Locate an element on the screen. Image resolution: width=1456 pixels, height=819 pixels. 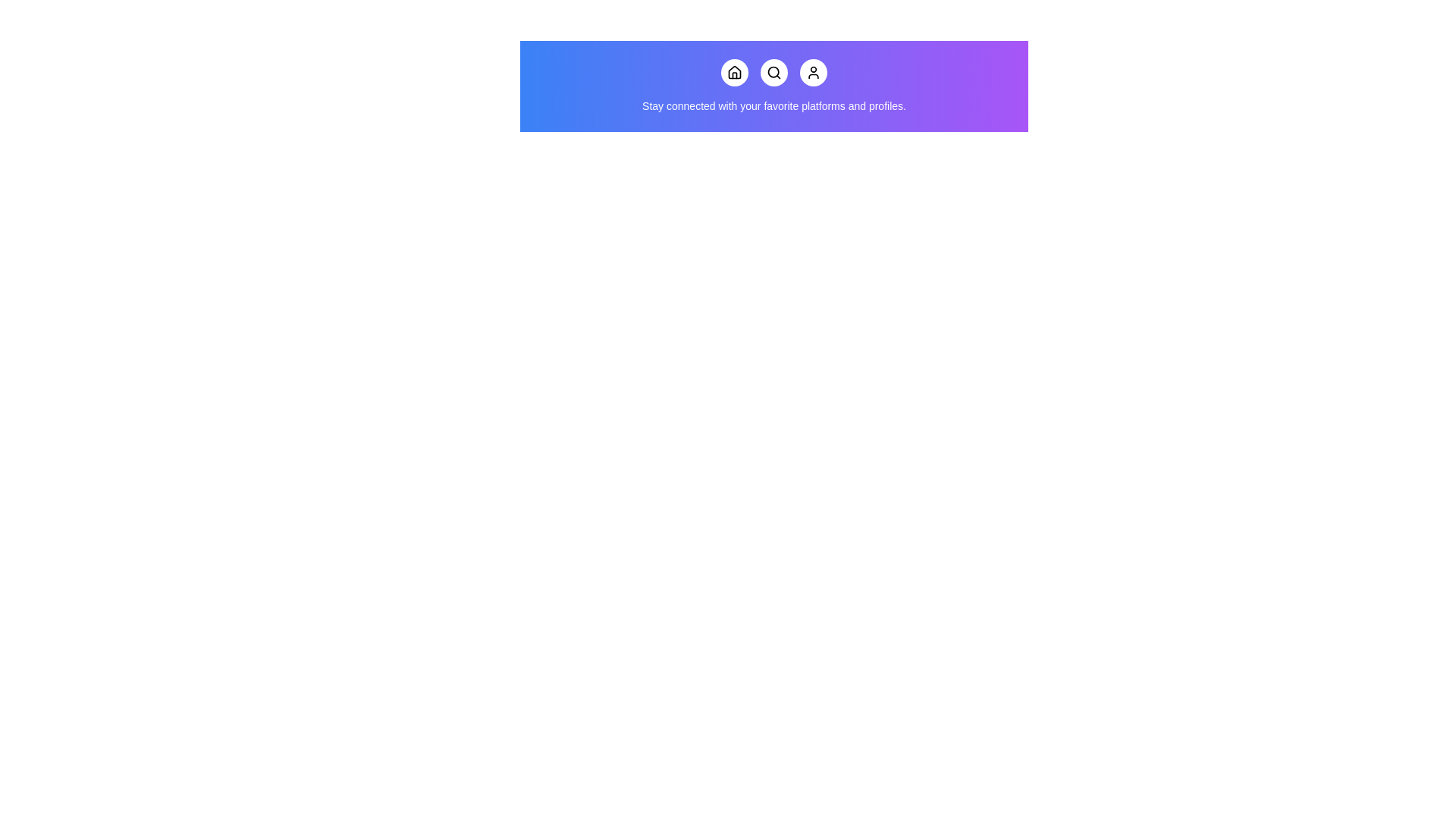
the user profile icon in the top navigation bar to observe the visual background change is located at coordinates (813, 73).